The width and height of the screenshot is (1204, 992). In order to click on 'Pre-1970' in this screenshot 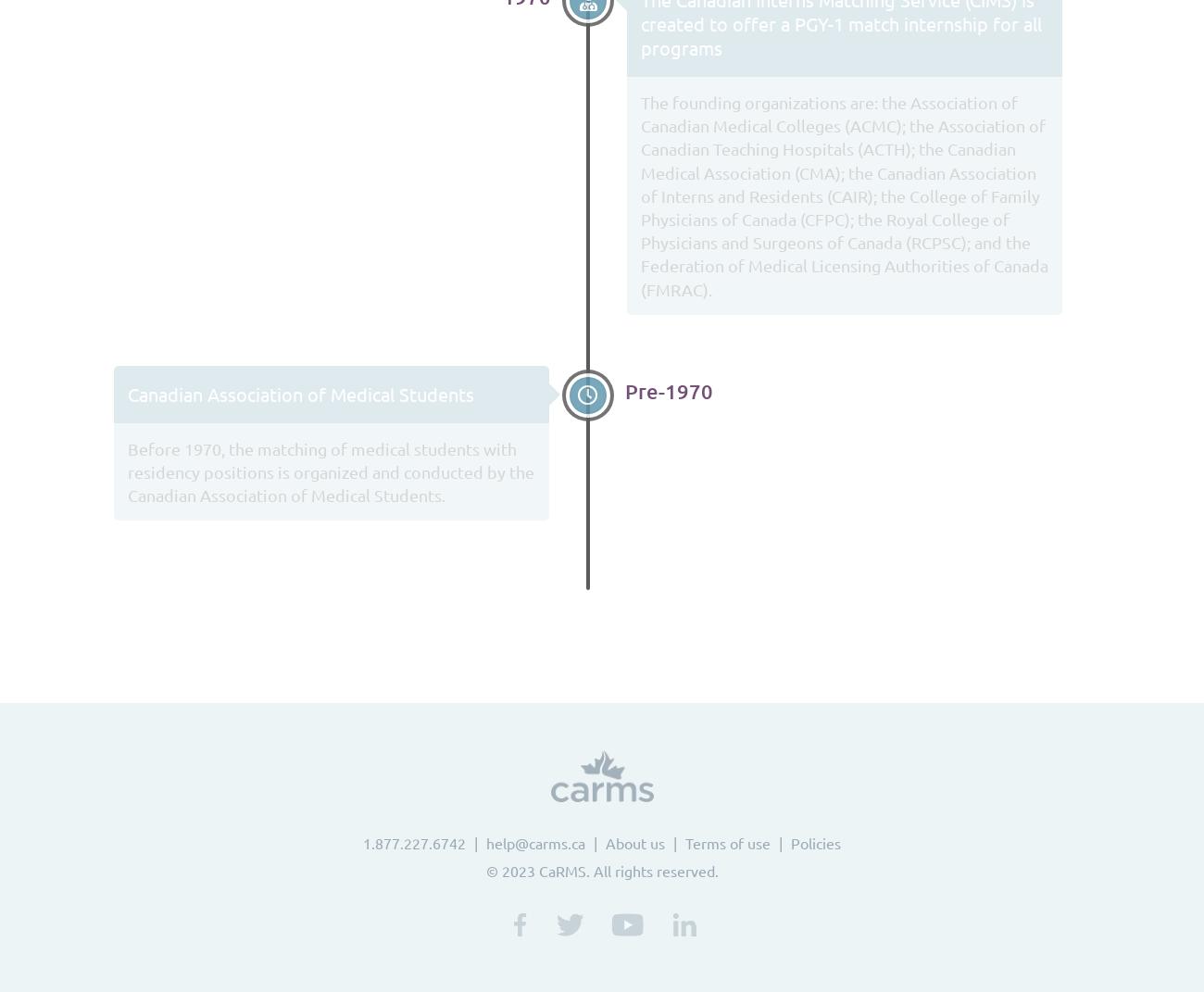, I will do `click(669, 390)`.